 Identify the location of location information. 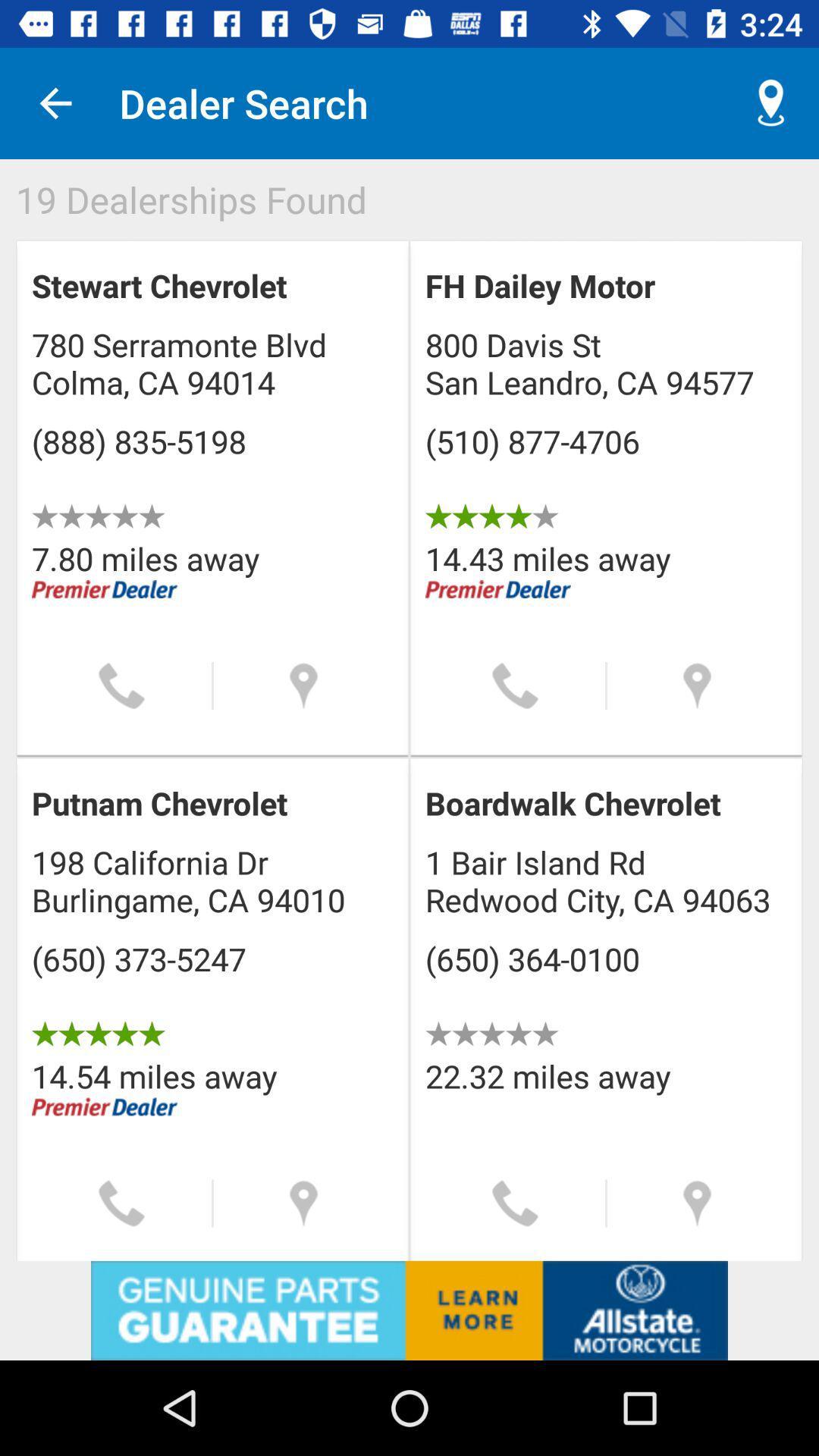
(697, 685).